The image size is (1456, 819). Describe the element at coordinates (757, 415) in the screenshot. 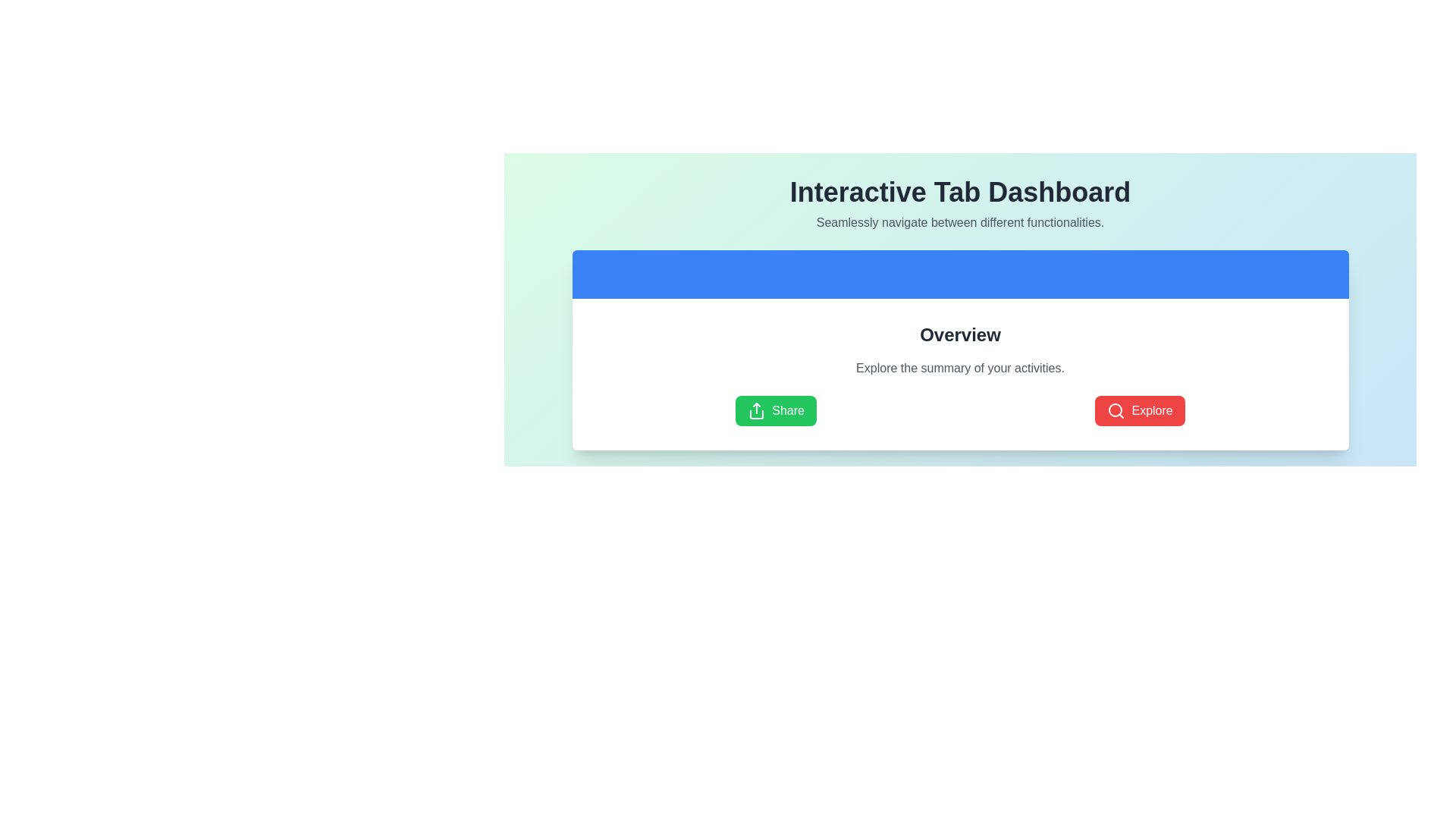

I see `the curved rectangular outline of the share icon component located below the upward arrow and above the caption text in the share button on the left section of the action panel` at that location.